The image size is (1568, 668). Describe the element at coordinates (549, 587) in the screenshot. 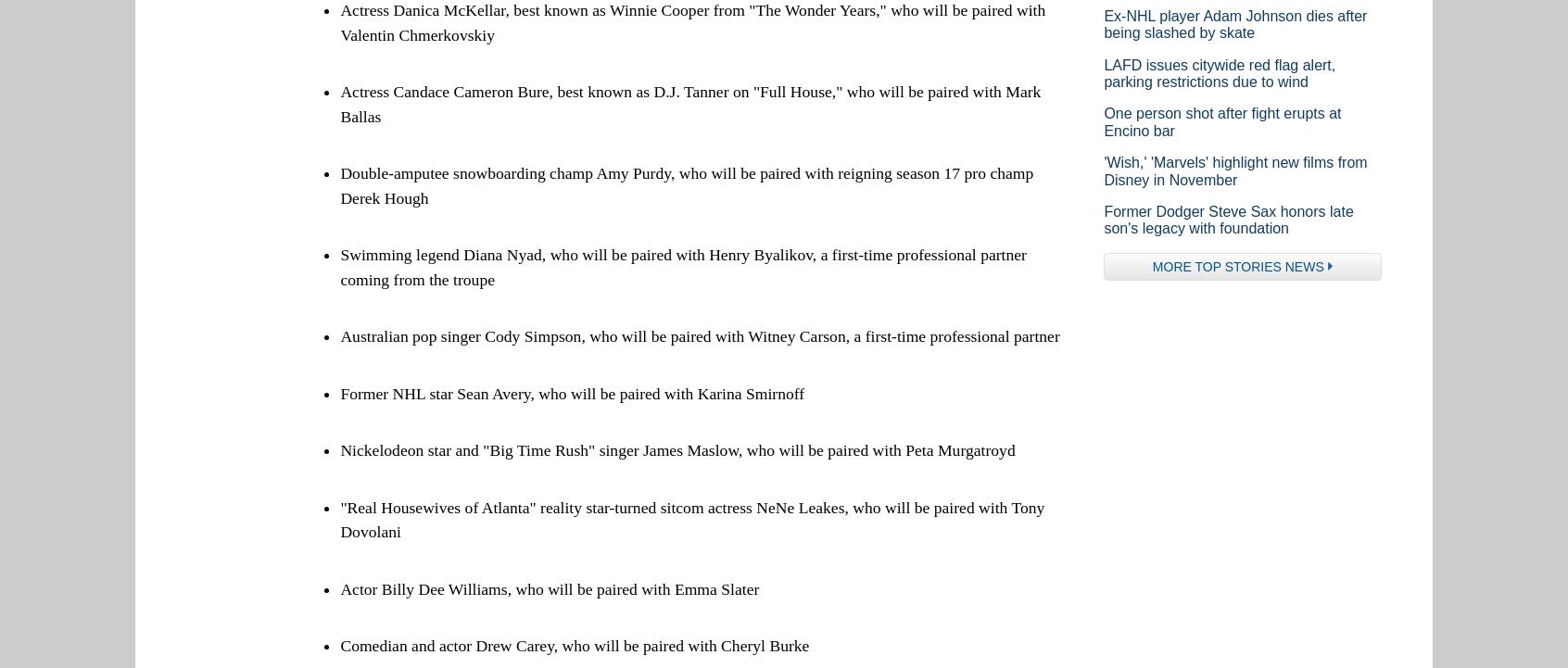

I see `'Actor Billy Dee Williams, who will be paired with Emma Slater'` at that location.